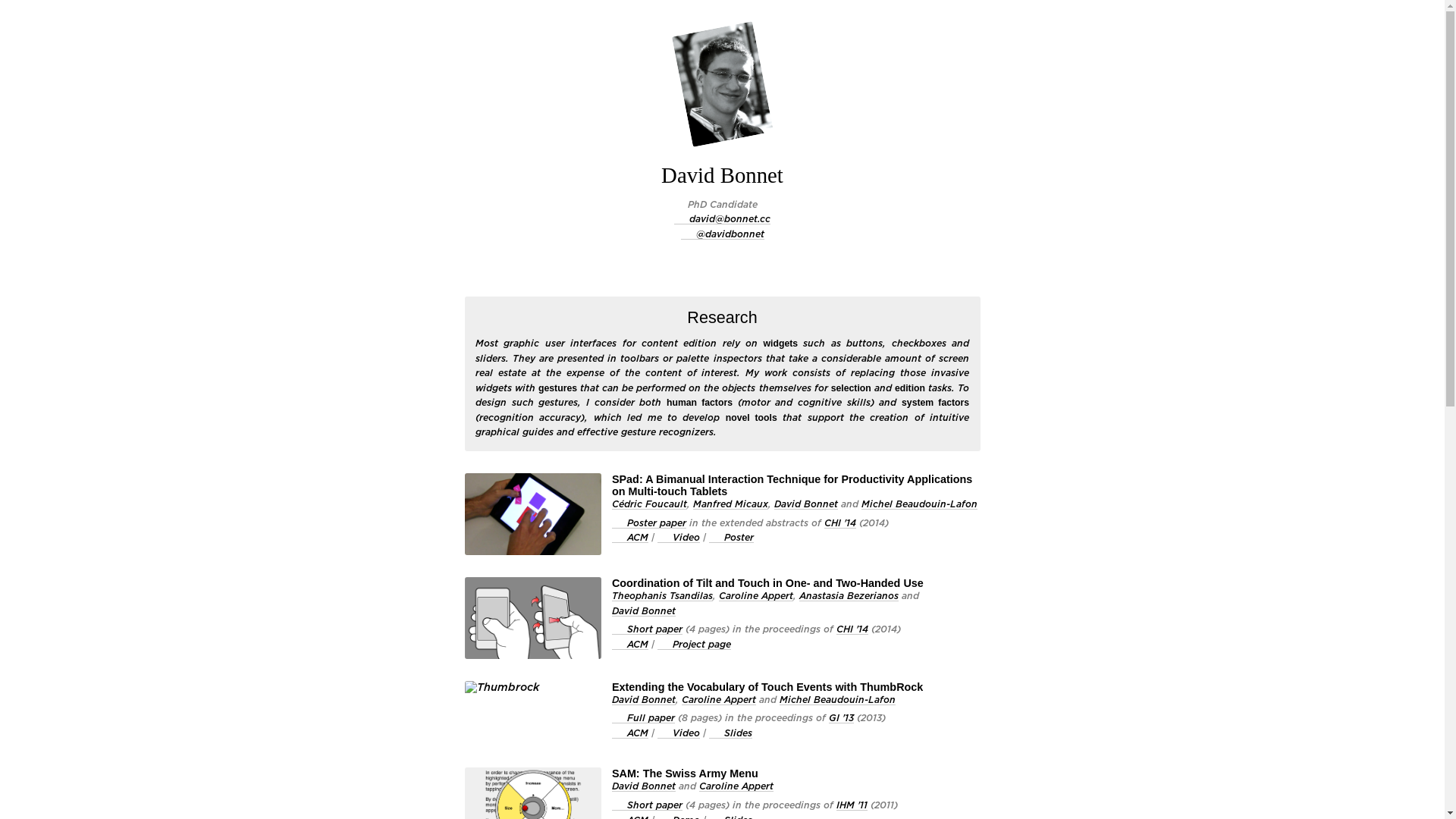 The width and height of the screenshot is (1456, 819). What do you see at coordinates (848, 595) in the screenshot?
I see `'Anastasia Bezerianos'` at bounding box center [848, 595].